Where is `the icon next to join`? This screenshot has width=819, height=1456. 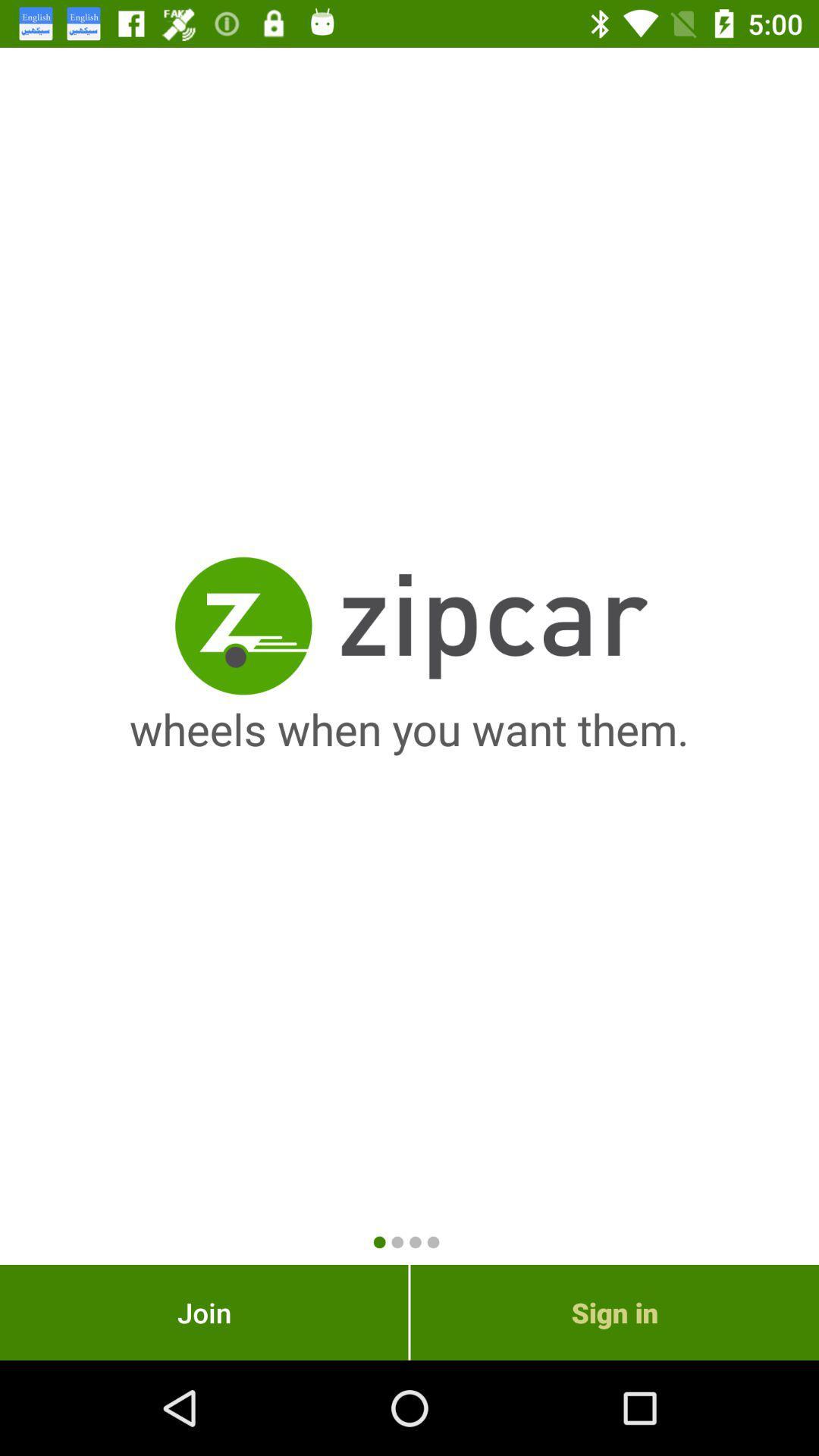
the icon next to join is located at coordinates (614, 1312).